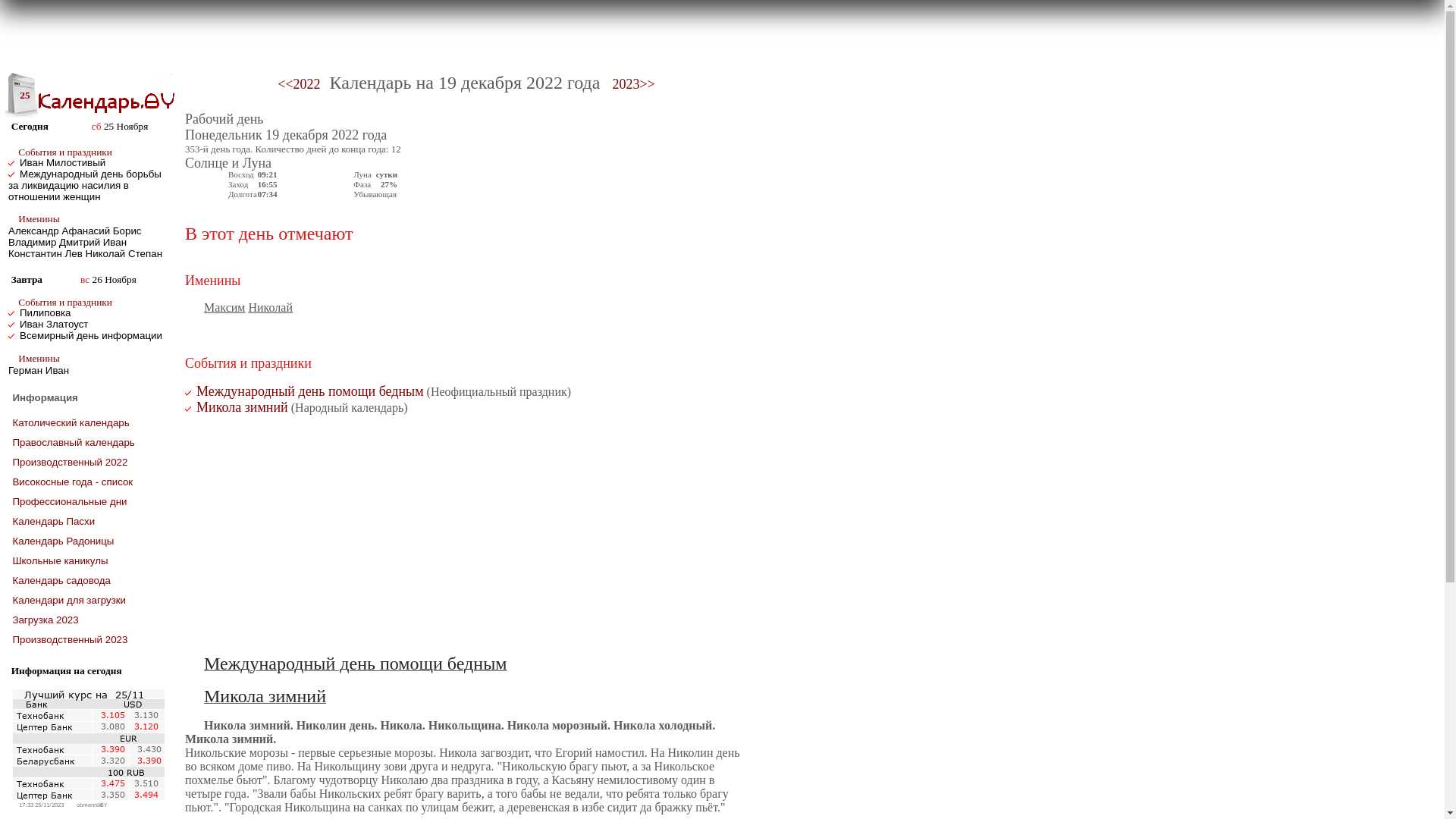 The image size is (1456, 819). I want to click on '2023>>', so click(632, 84).